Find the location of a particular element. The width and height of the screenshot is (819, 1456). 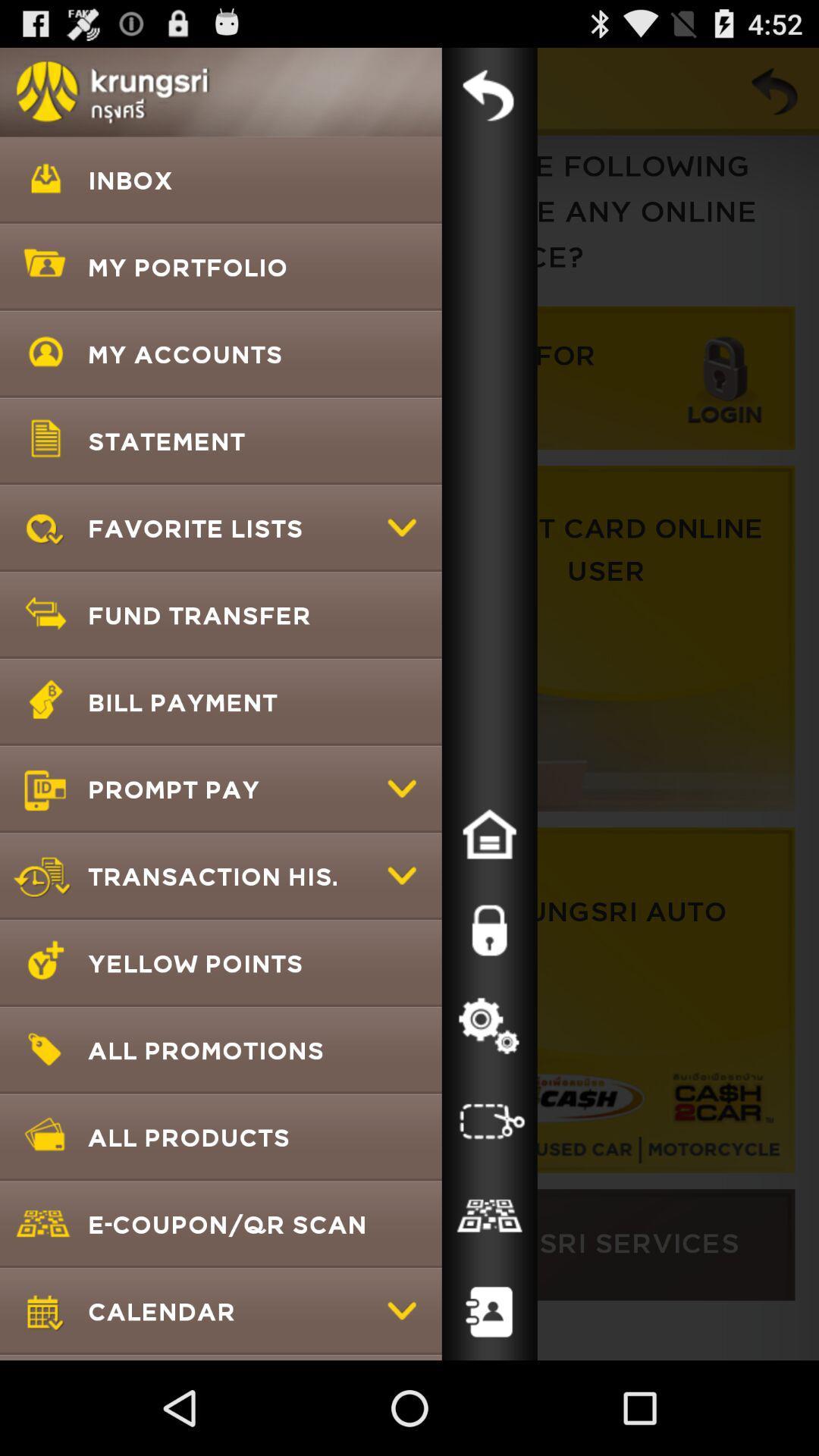

the lock icon is located at coordinates (489, 996).